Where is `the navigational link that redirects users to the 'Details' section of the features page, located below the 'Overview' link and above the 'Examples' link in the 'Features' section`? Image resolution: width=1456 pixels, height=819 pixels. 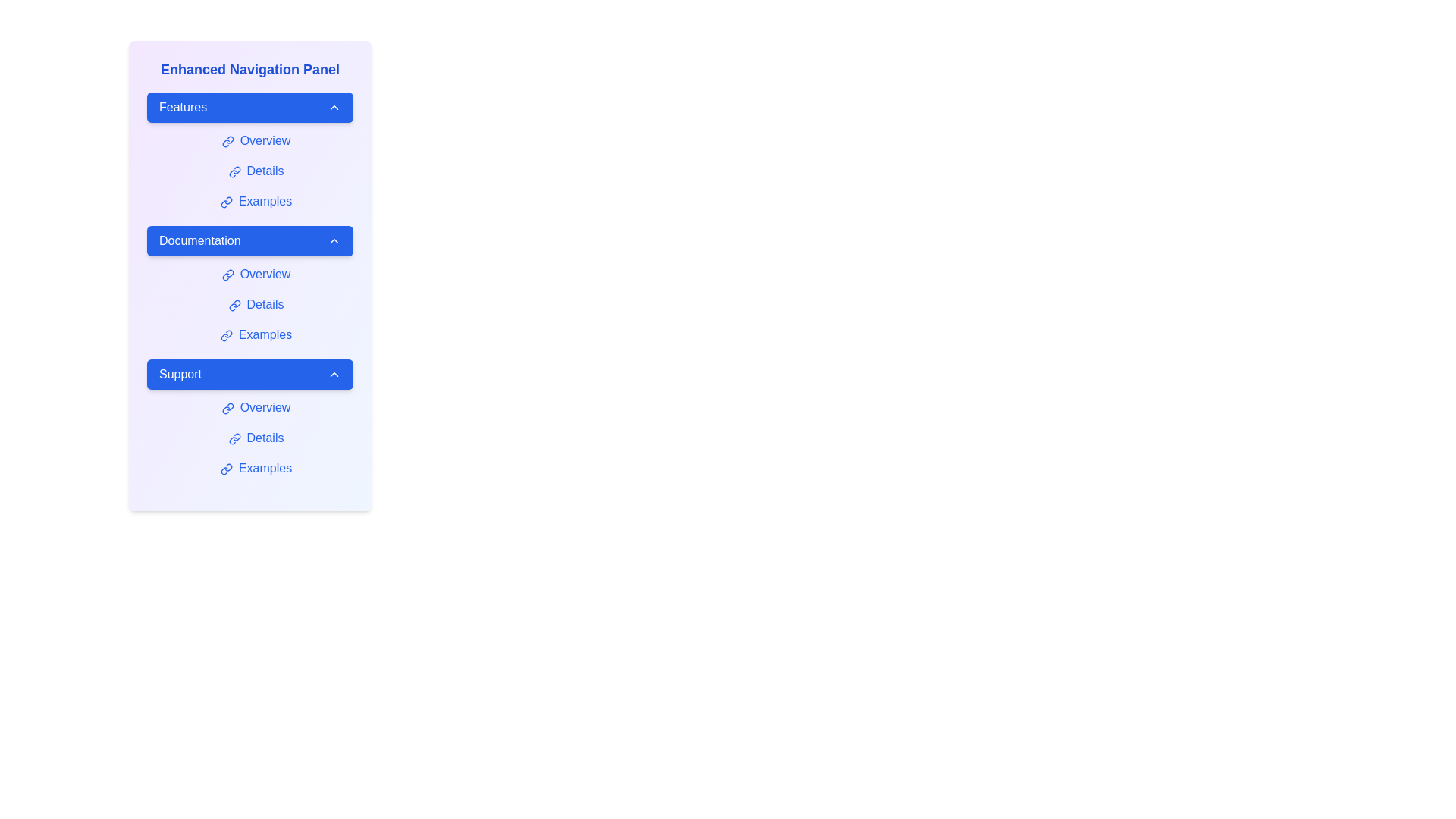 the navigational link that redirects users to the 'Details' section of the features page, located below the 'Overview' link and above the 'Examples' link in the 'Features' section is located at coordinates (256, 171).